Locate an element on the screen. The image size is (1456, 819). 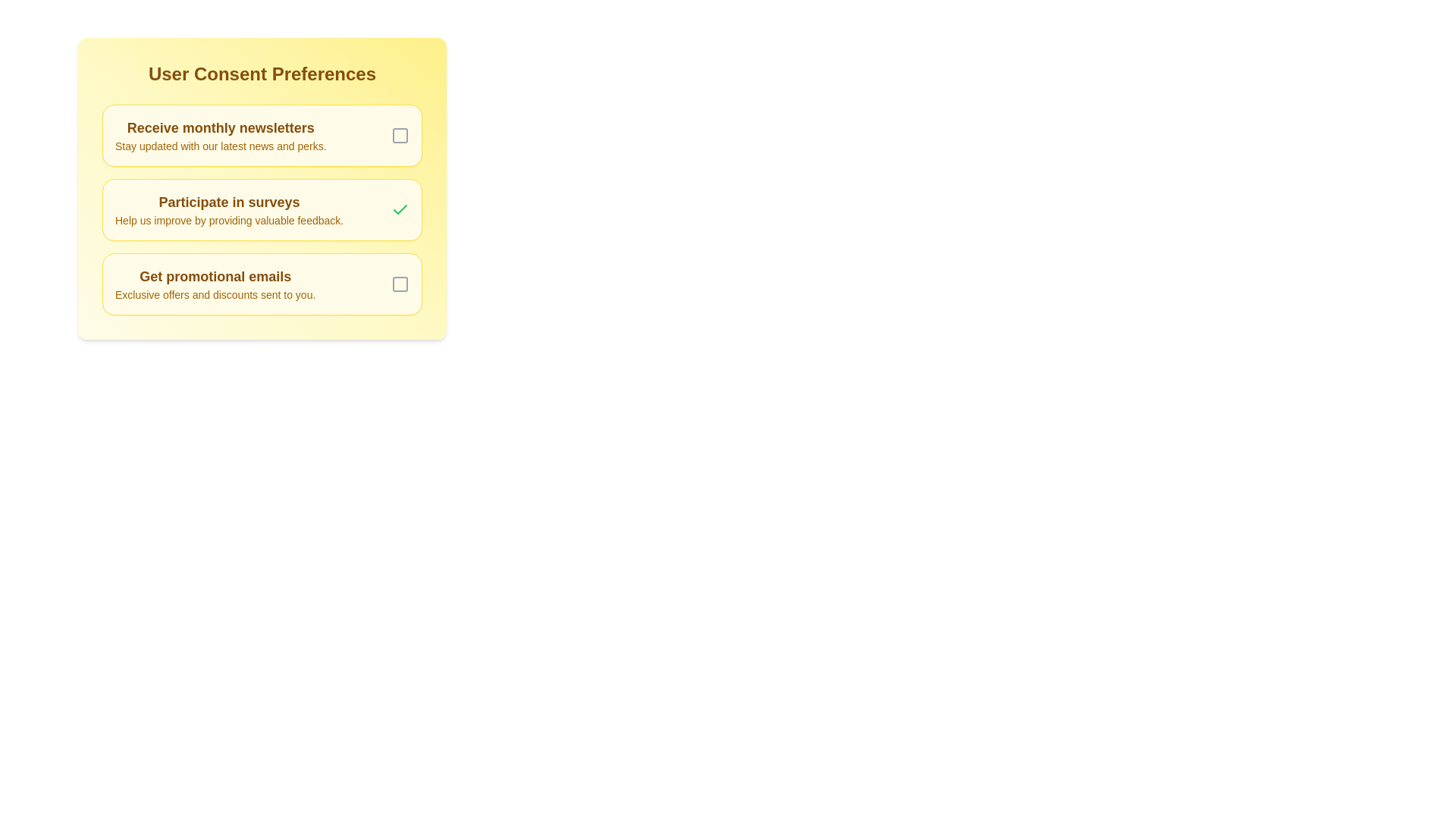
the Text Block that encourages user participation in surveys, located under 'User Consent Preferences' and above 'Get promotional emails.' is located at coordinates (228, 210).